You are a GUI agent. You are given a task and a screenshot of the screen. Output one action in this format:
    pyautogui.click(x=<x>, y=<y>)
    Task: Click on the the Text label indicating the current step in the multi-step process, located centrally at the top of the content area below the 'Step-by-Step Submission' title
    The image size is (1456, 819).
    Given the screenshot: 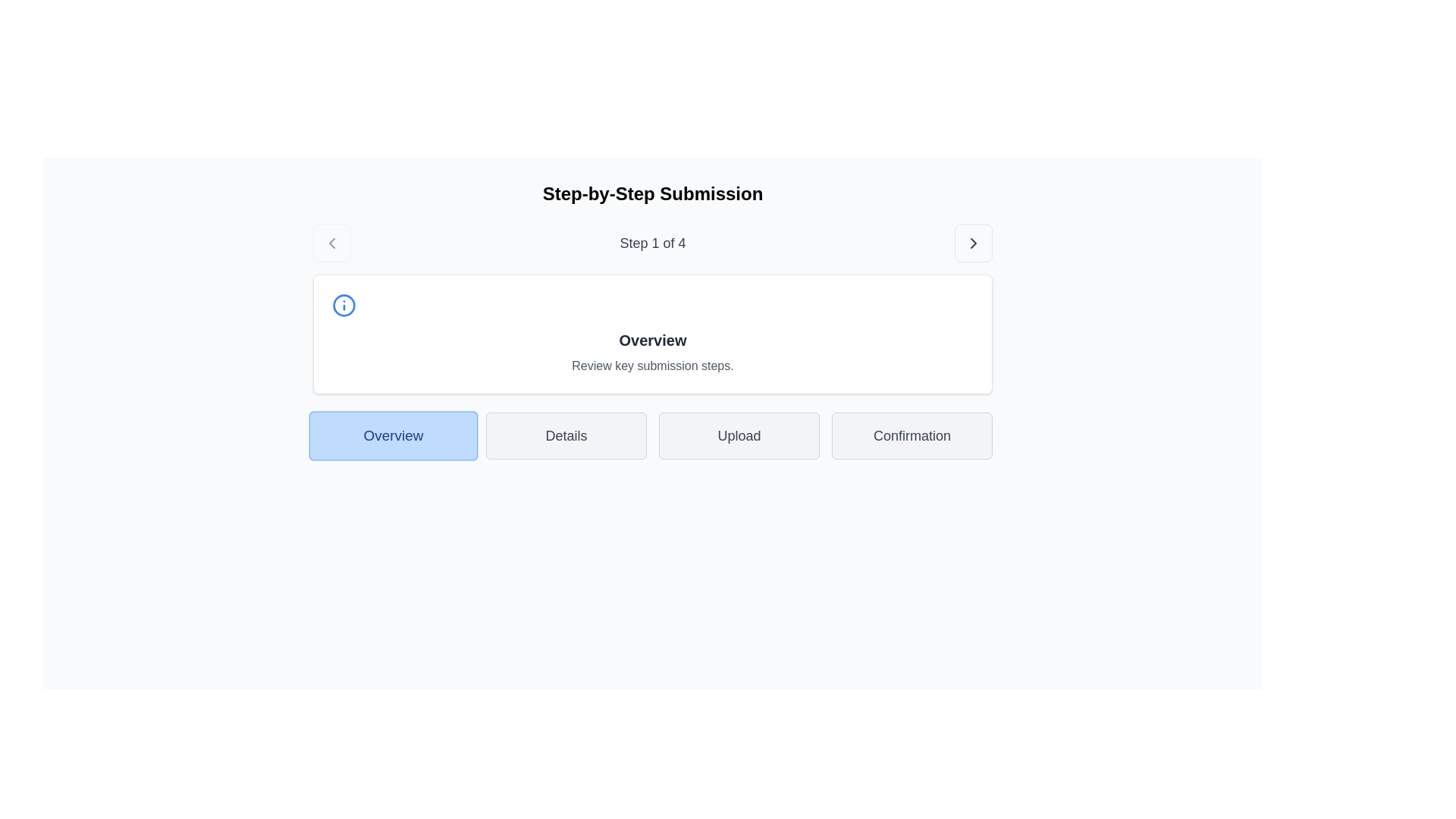 What is the action you would take?
    pyautogui.click(x=652, y=242)
    